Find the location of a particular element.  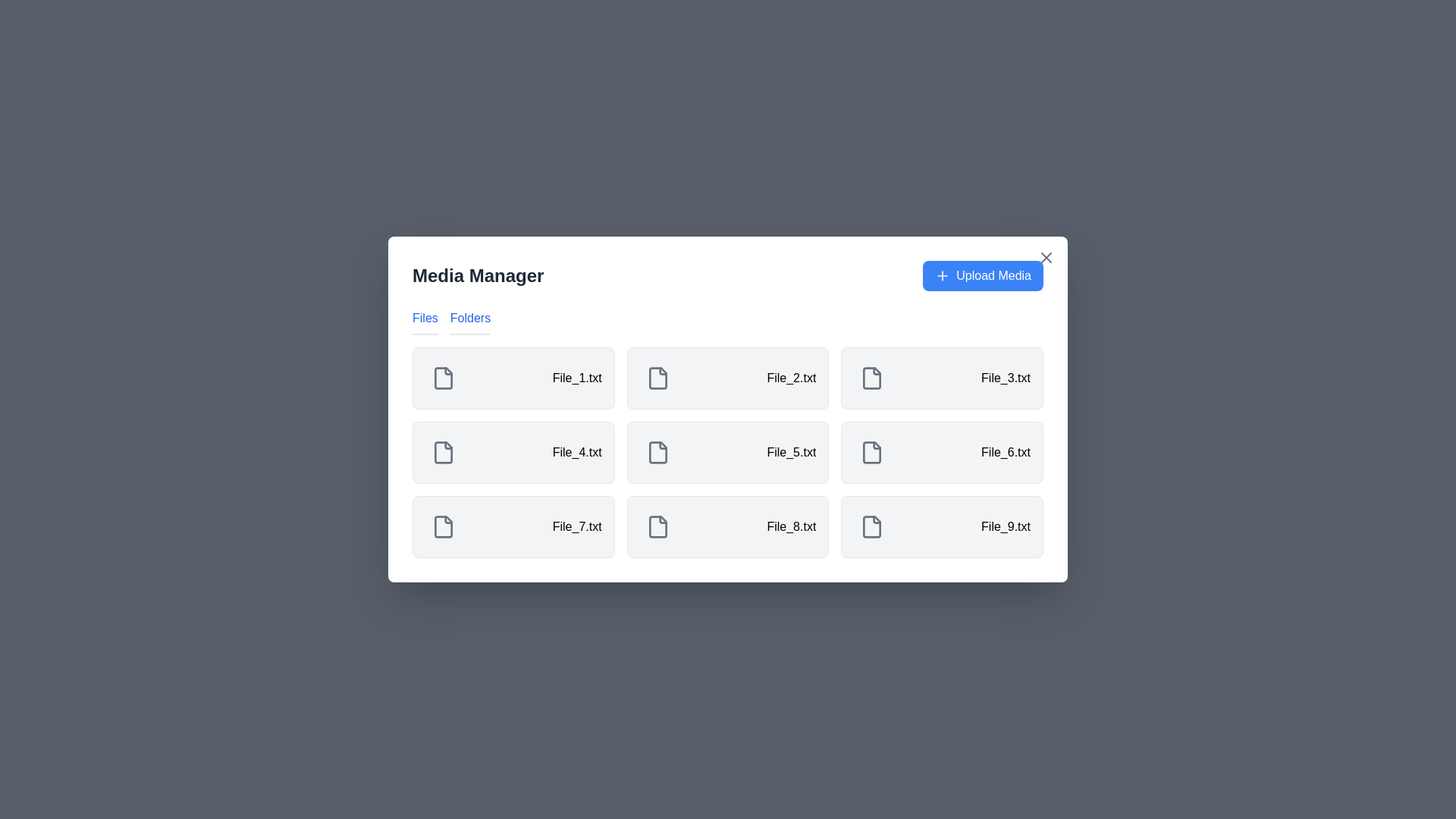

the icon element representing a document file type, located at the center of the last item labeled 'File_9.txt', which is displayed in the last column of the last row is located at coordinates (872, 526).